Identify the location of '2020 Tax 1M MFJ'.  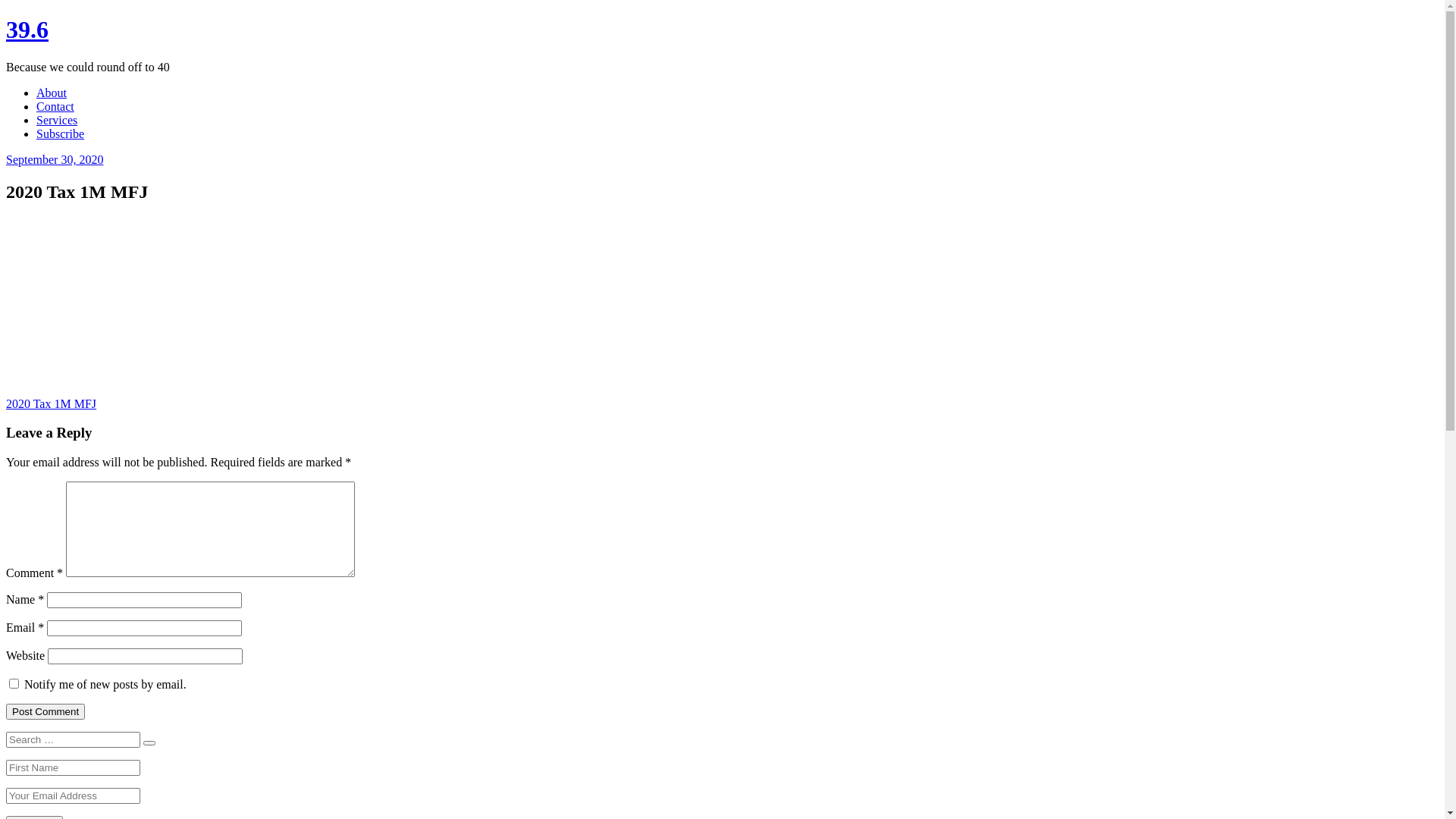
(51, 403).